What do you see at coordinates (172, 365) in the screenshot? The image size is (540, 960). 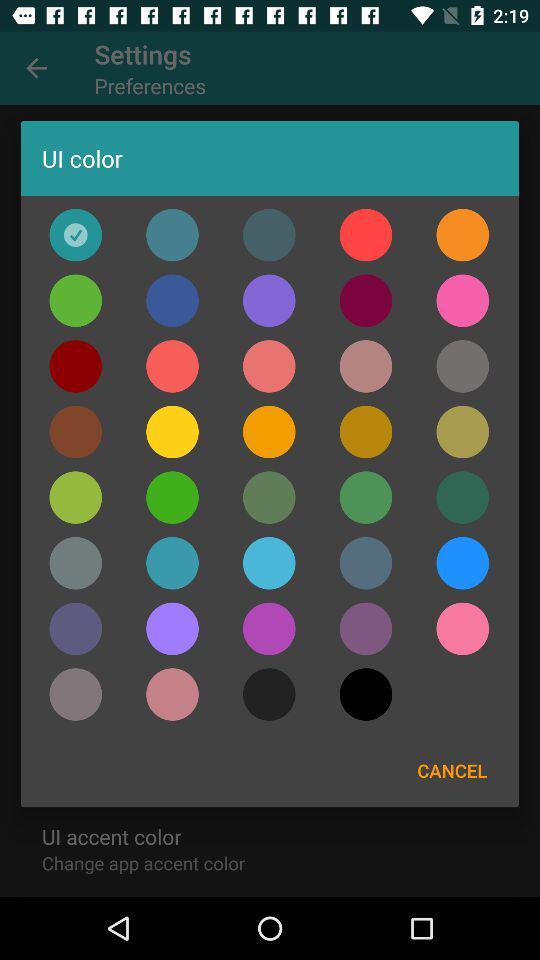 I see `ui color pink` at bounding box center [172, 365].